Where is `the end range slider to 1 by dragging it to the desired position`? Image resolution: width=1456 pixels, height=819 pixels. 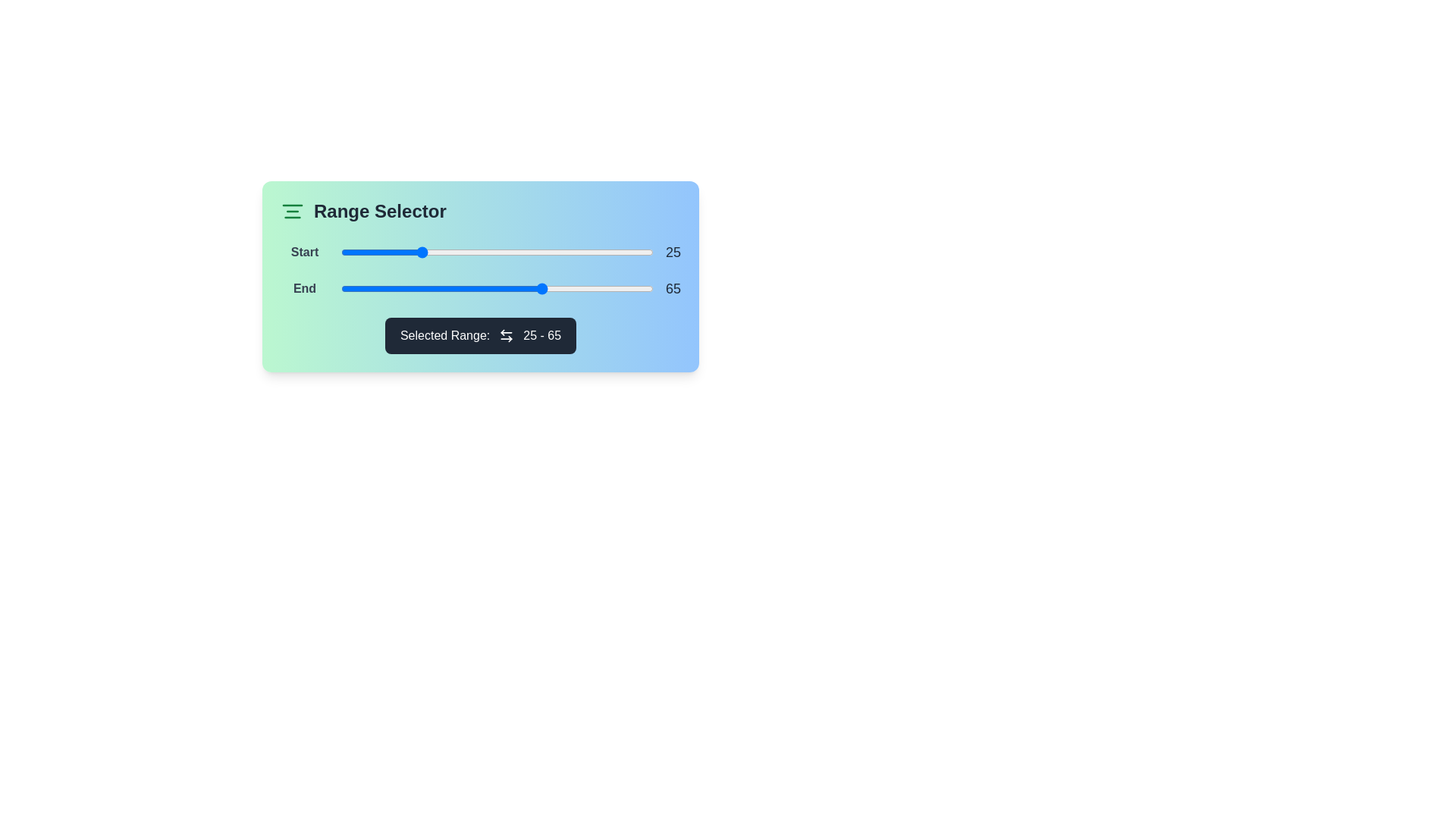 the end range slider to 1 by dragging it to the desired position is located at coordinates (344, 289).